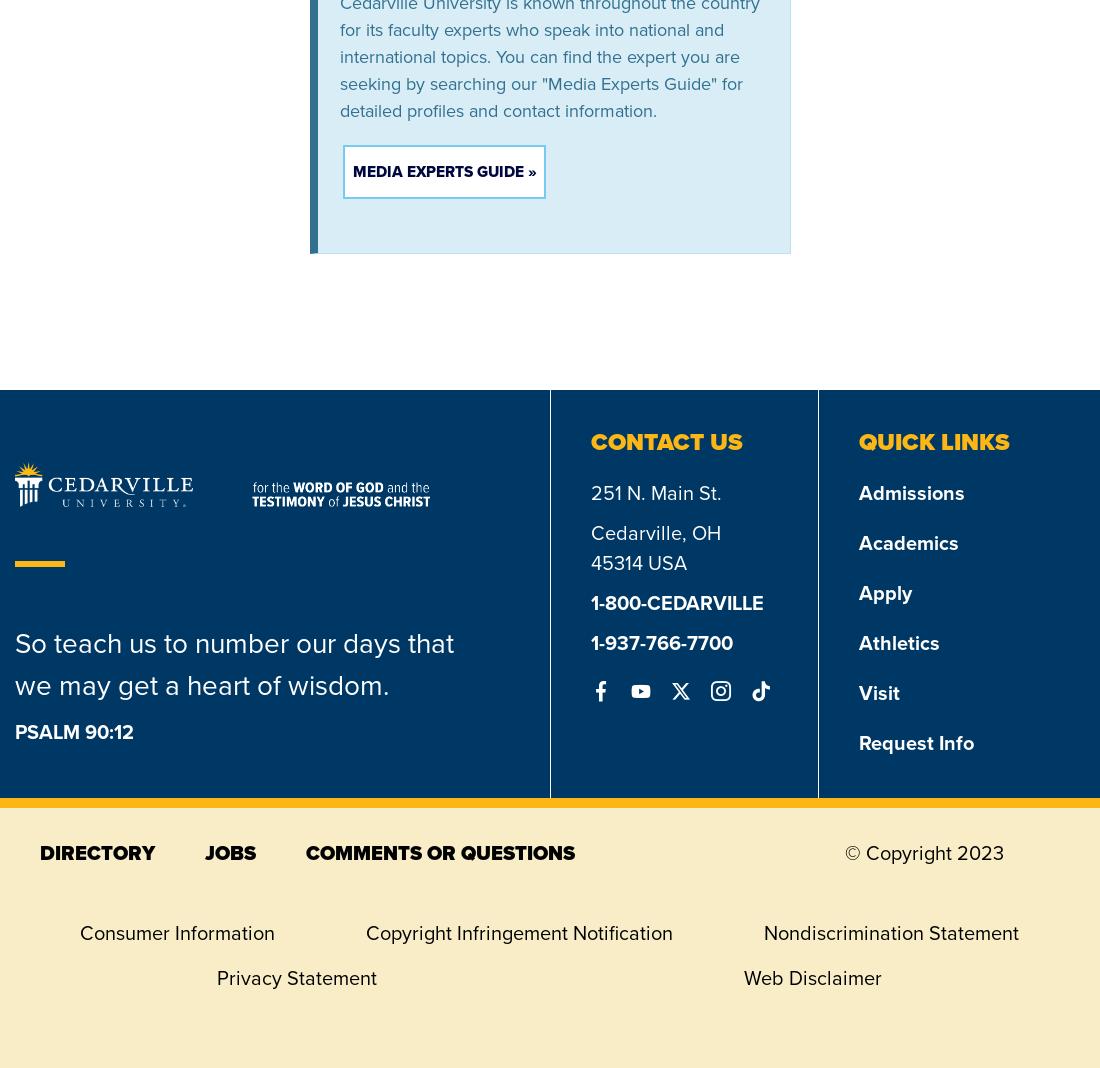 The image size is (1100, 1068). What do you see at coordinates (78, 932) in the screenshot?
I see `'Consumer Information'` at bounding box center [78, 932].